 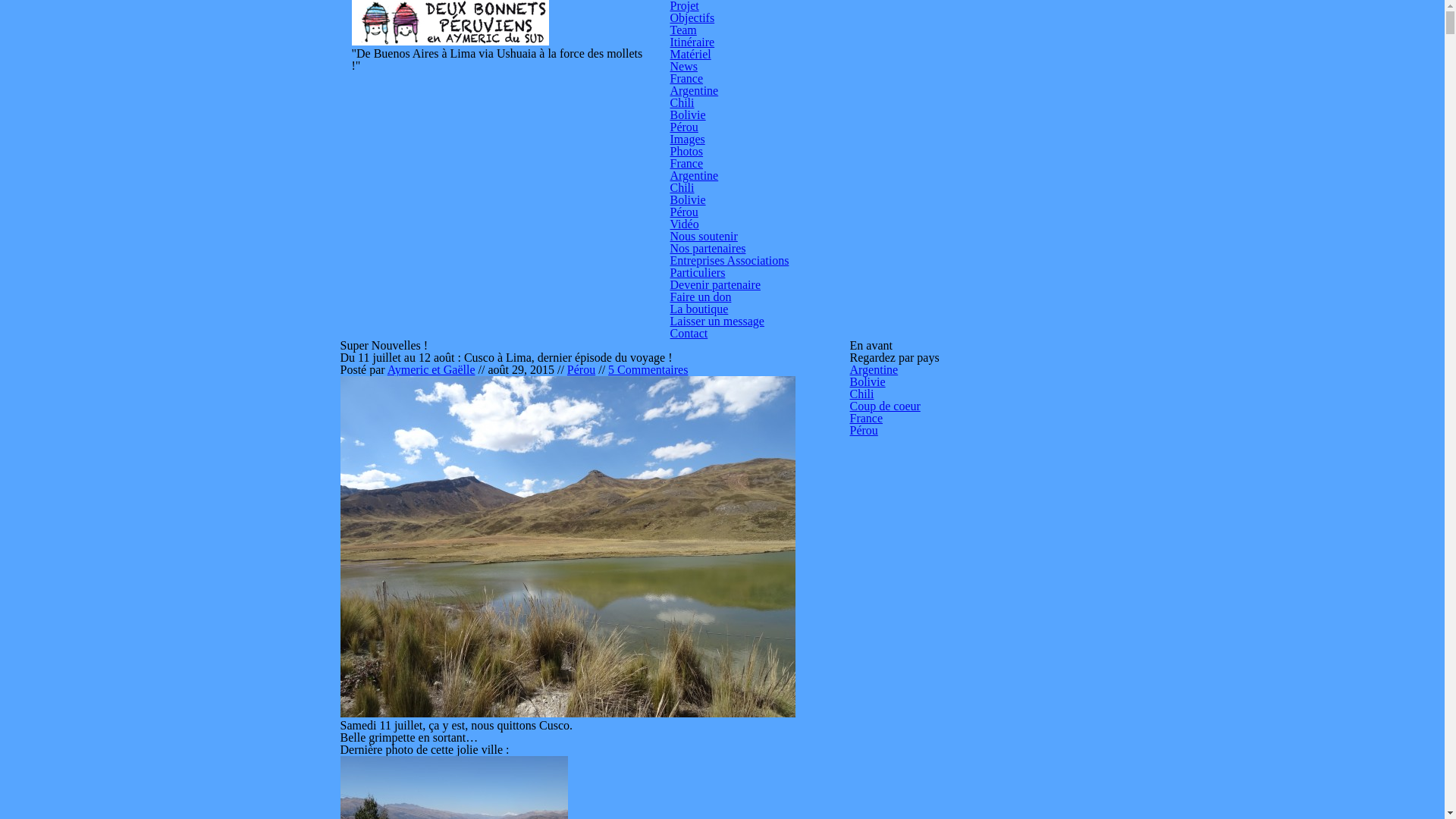 I want to click on 'Team', so click(x=682, y=30).